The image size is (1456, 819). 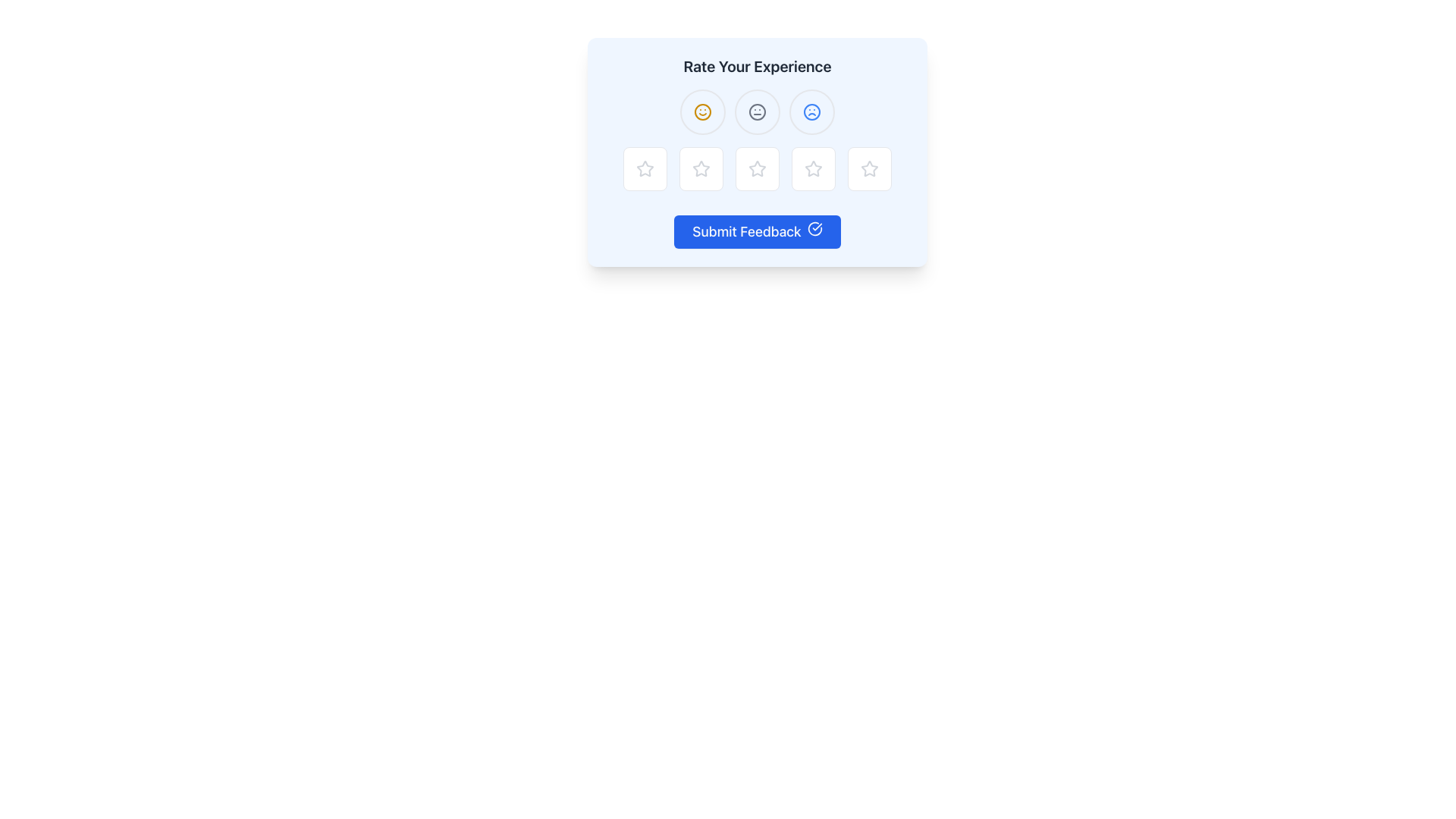 What do you see at coordinates (757, 152) in the screenshot?
I see `the third star icon from the left within the rating system for customization` at bounding box center [757, 152].